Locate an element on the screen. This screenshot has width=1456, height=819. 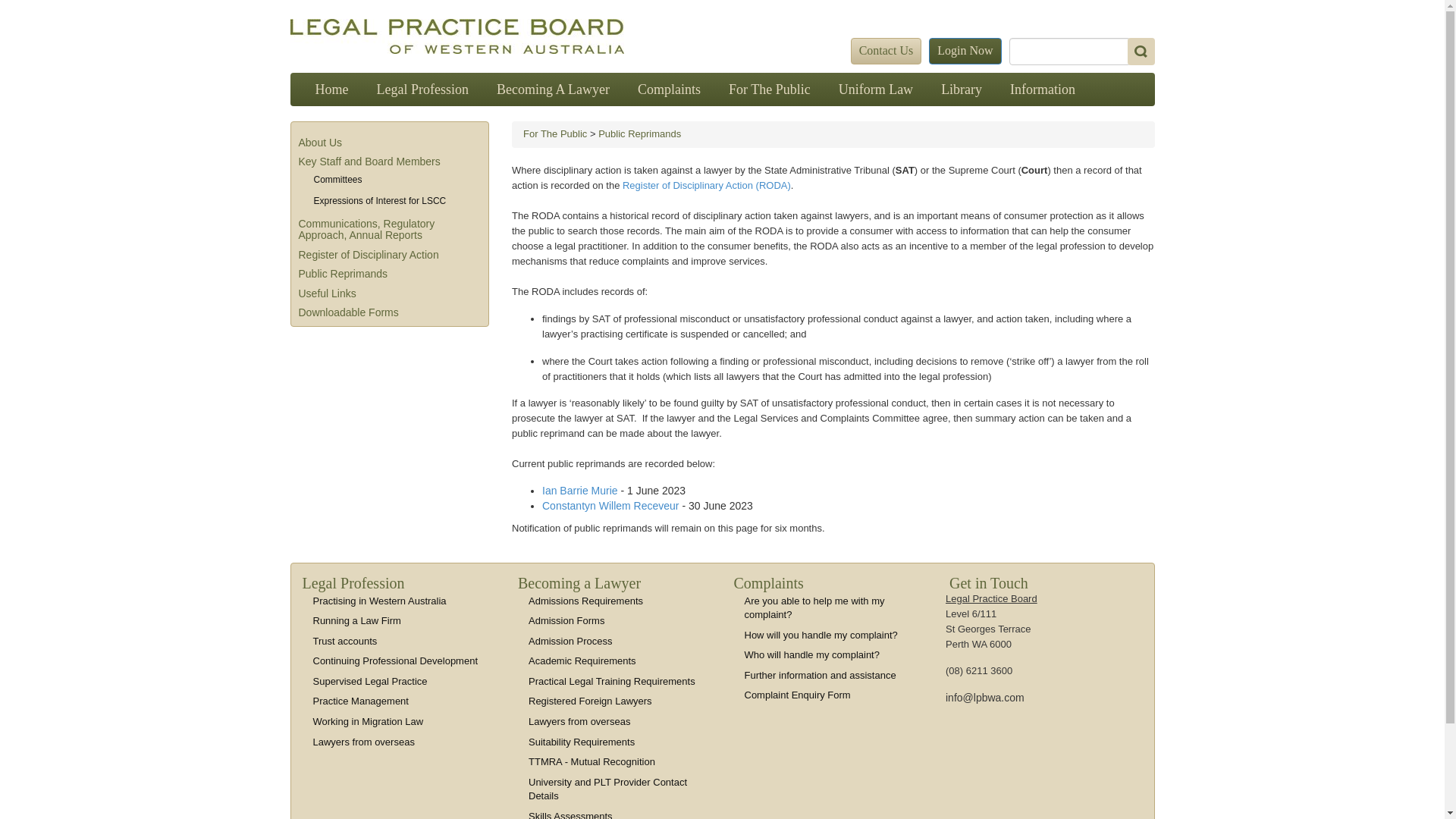
'Registered Foreign Lawyers' is located at coordinates (528, 701).